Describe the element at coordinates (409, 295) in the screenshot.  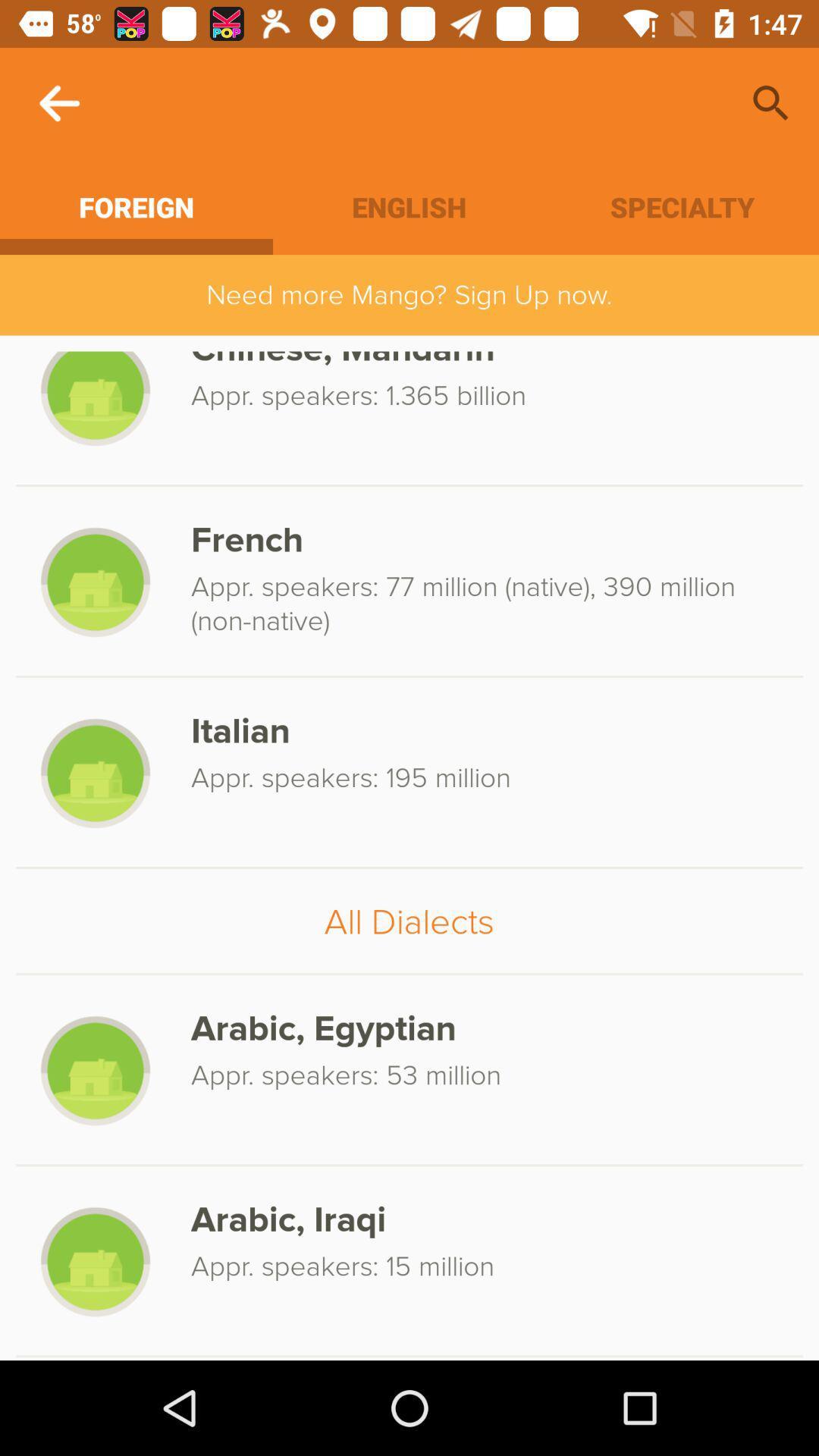
I see `the need more mango` at that location.